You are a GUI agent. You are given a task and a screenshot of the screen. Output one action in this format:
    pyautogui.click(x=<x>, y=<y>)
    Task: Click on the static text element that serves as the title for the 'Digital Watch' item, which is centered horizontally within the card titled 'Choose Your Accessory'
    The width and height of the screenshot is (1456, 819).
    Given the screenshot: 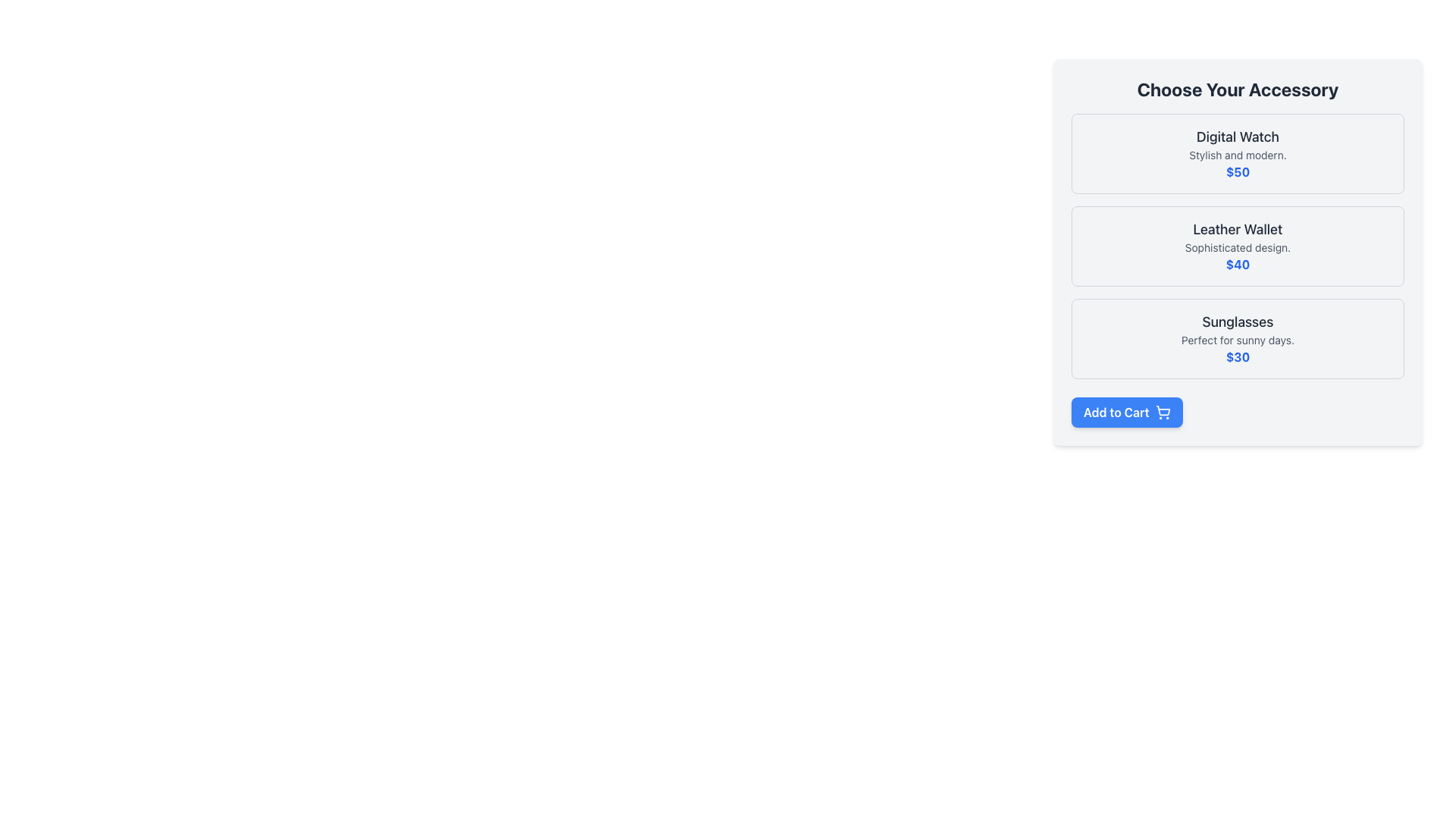 What is the action you would take?
    pyautogui.click(x=1238, y=137)
    